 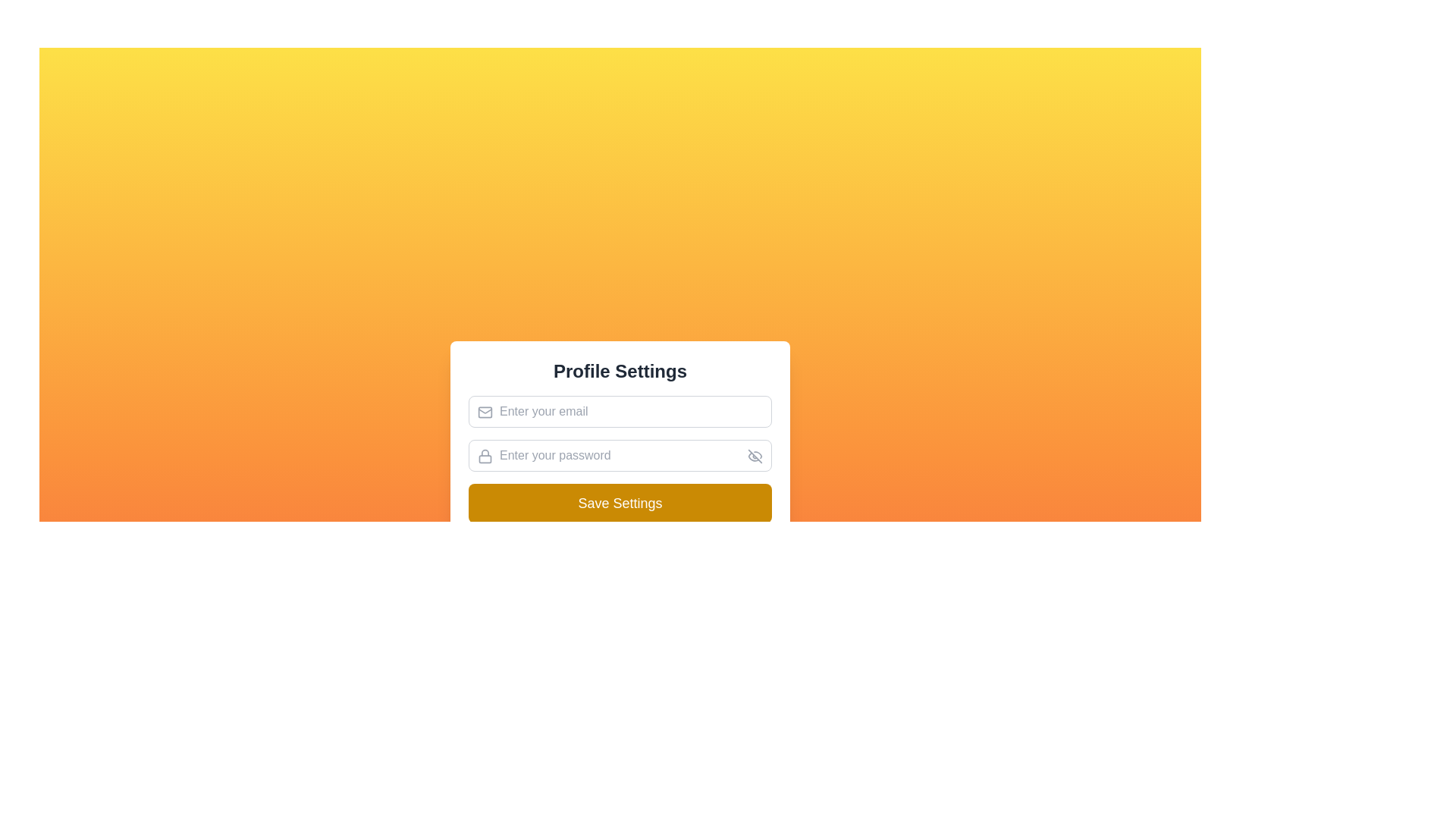 What do you see at coordinates (755, 455) in the screenshot?
I see `the slanted line component of the SVG icon located on the right side of the password input field in the 'Profile Settings' card` at bounding box center [755, 455].